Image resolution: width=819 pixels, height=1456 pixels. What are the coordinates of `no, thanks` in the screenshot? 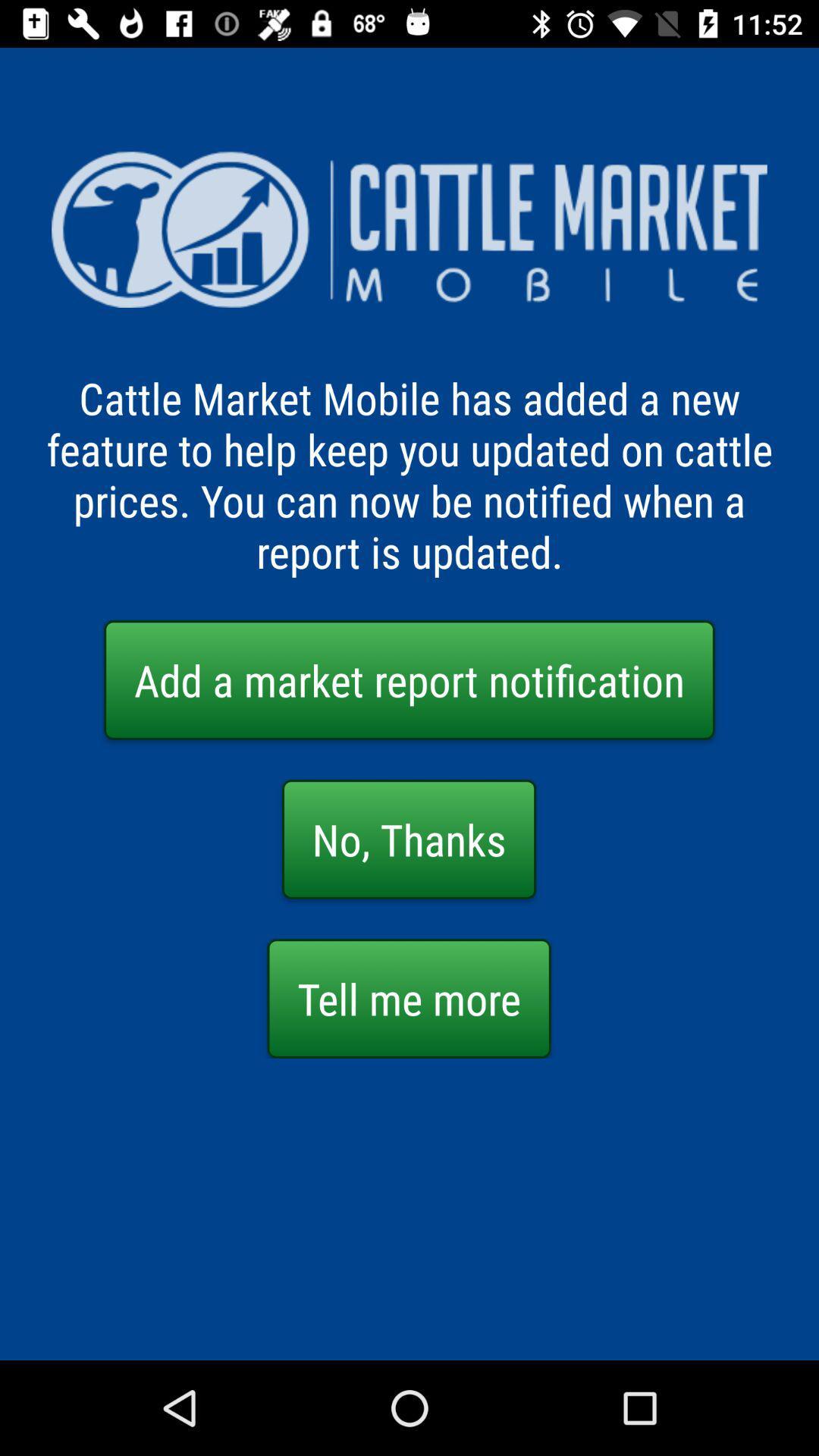 It's located at (408, 839).